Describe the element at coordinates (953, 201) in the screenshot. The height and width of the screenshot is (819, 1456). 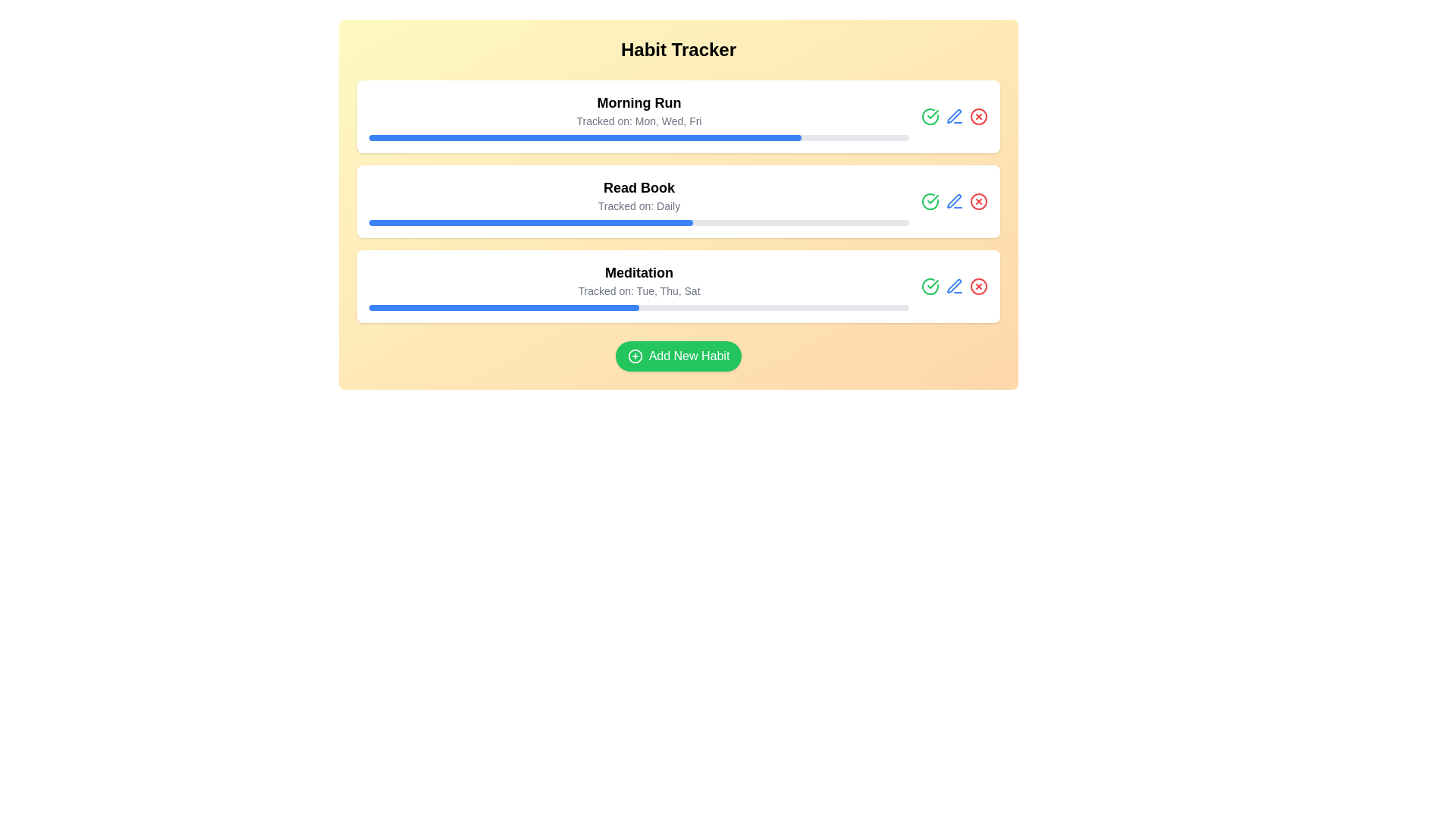
I see `the Icon button located at the end of the 'Read Book' habit tracker card to activate keyboard interaction` at that location.